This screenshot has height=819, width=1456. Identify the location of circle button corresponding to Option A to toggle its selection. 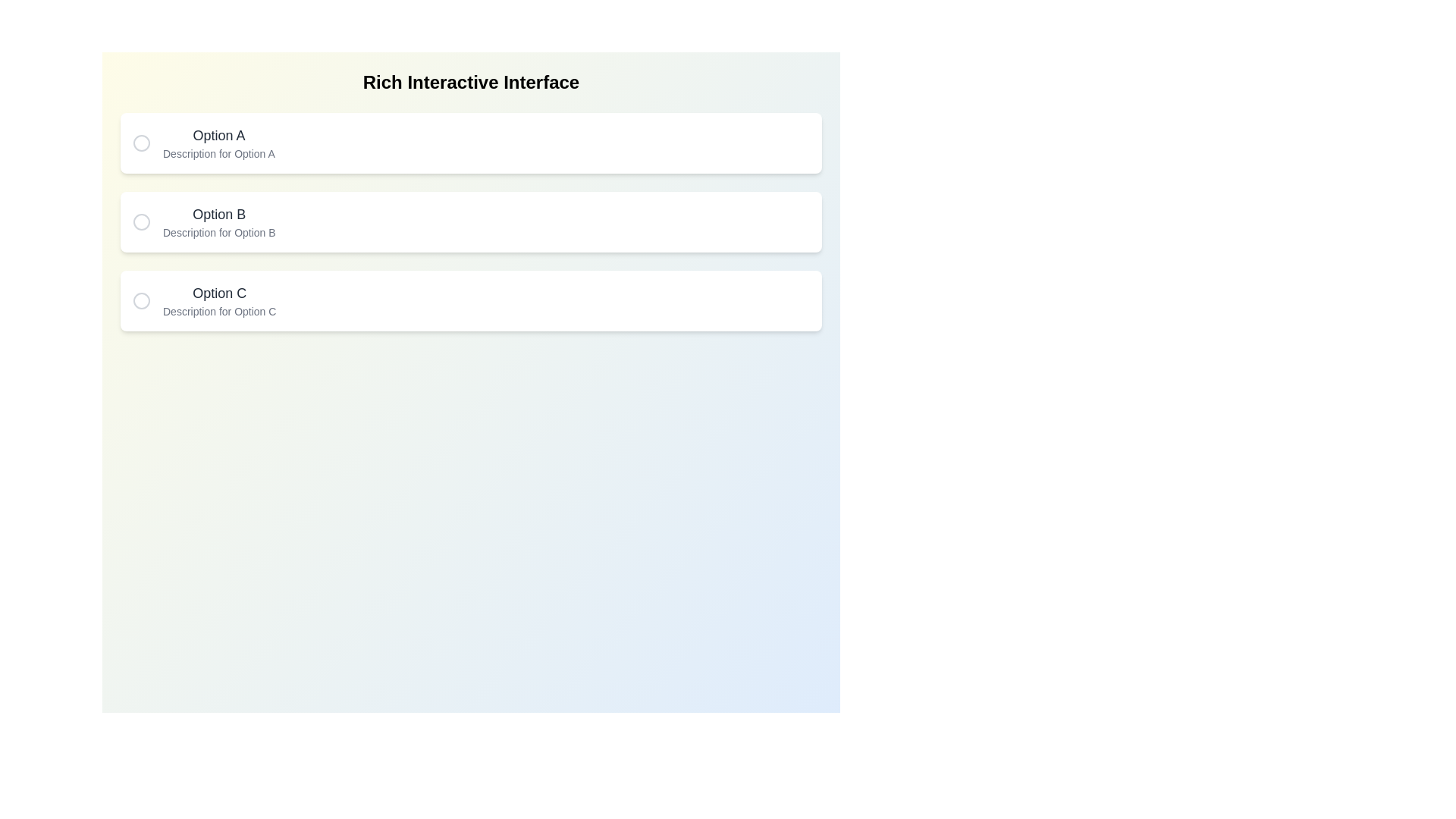
(142, 143).